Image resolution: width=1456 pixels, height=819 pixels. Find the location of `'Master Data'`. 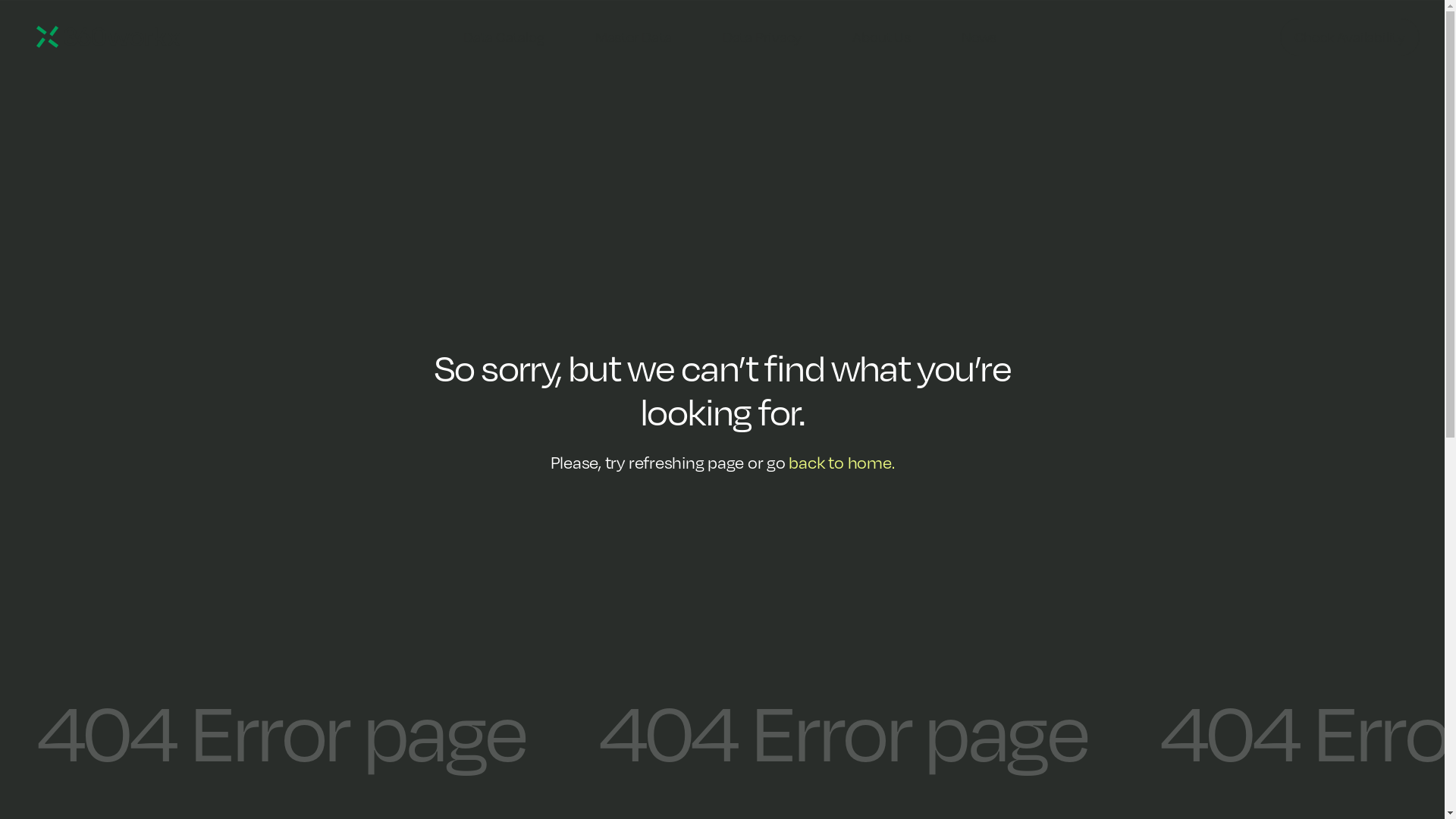

'Master Data' is located at coordinates (633, 36).